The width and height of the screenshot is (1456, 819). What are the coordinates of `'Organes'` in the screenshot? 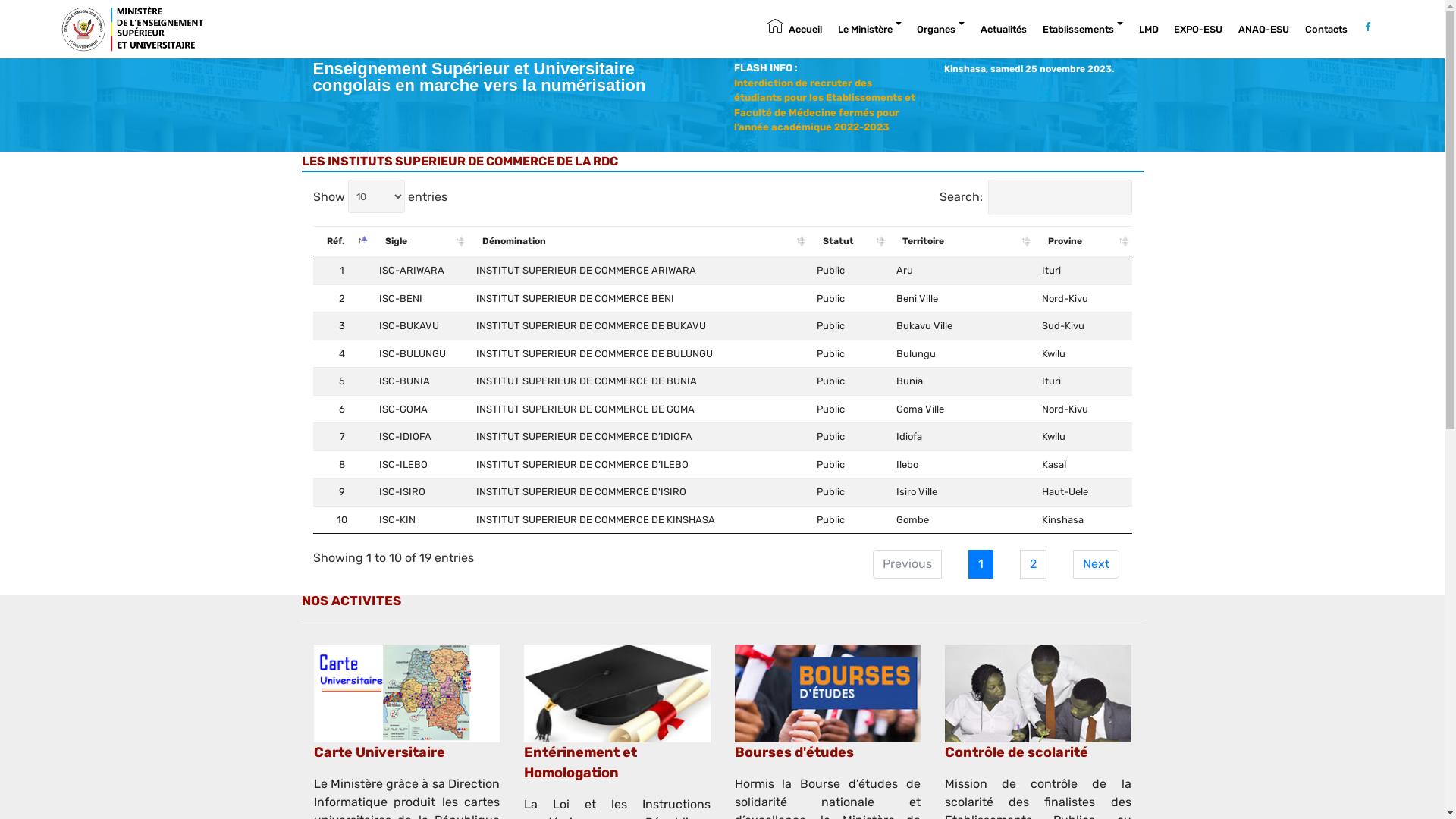 It's located at (940, 29).